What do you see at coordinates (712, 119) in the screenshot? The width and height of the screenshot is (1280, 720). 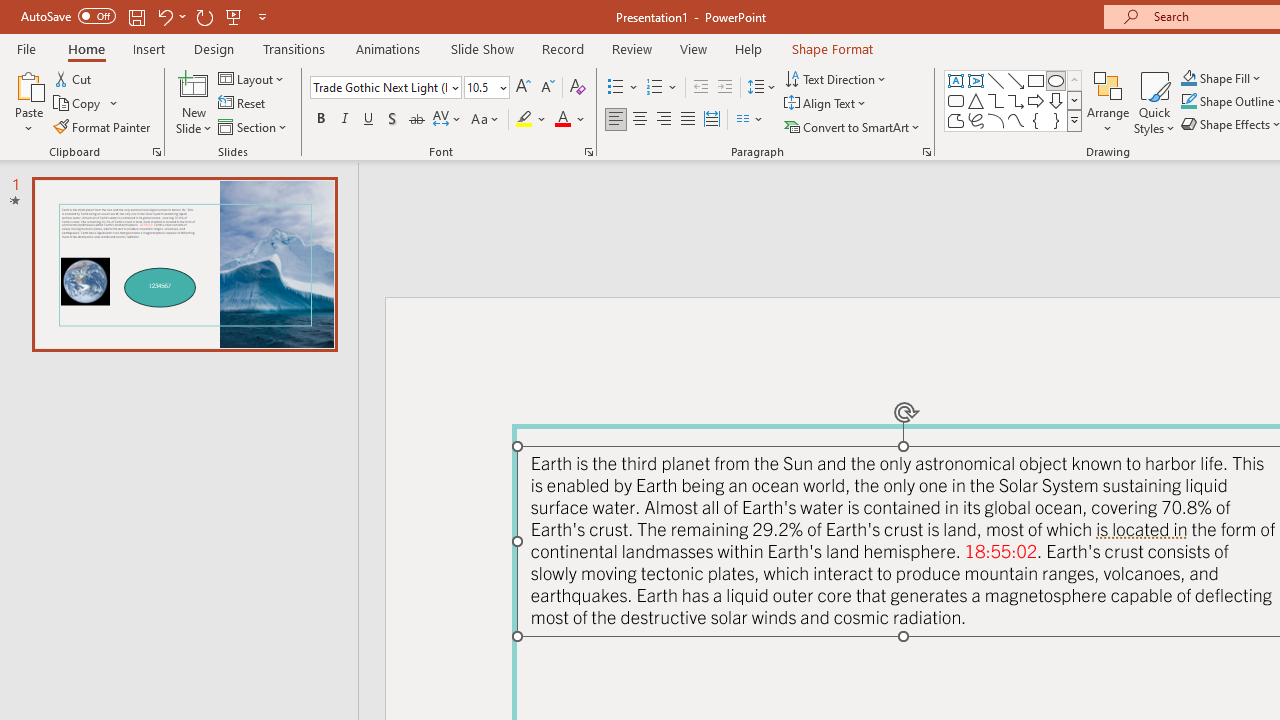 I see `'Distributed'` at bounding box center [712, 119].